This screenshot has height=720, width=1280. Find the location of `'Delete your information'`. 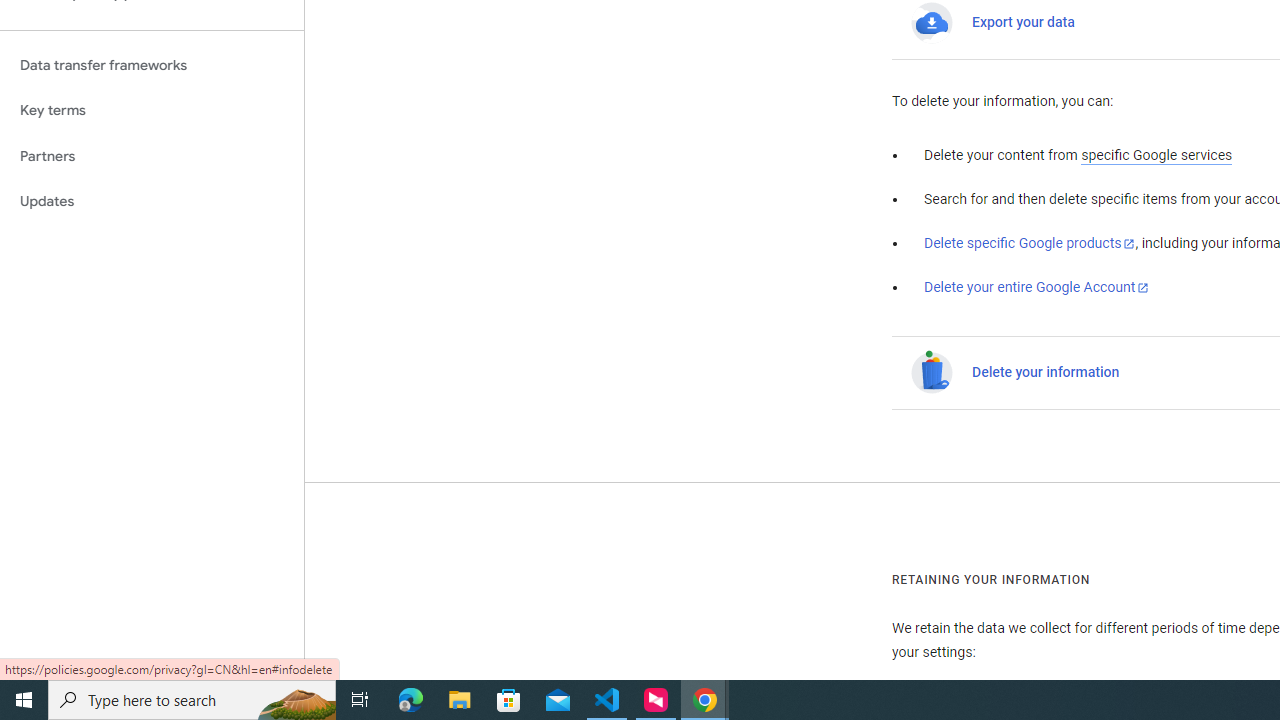

'Delete your information' is located at coordinates (1044, 373).